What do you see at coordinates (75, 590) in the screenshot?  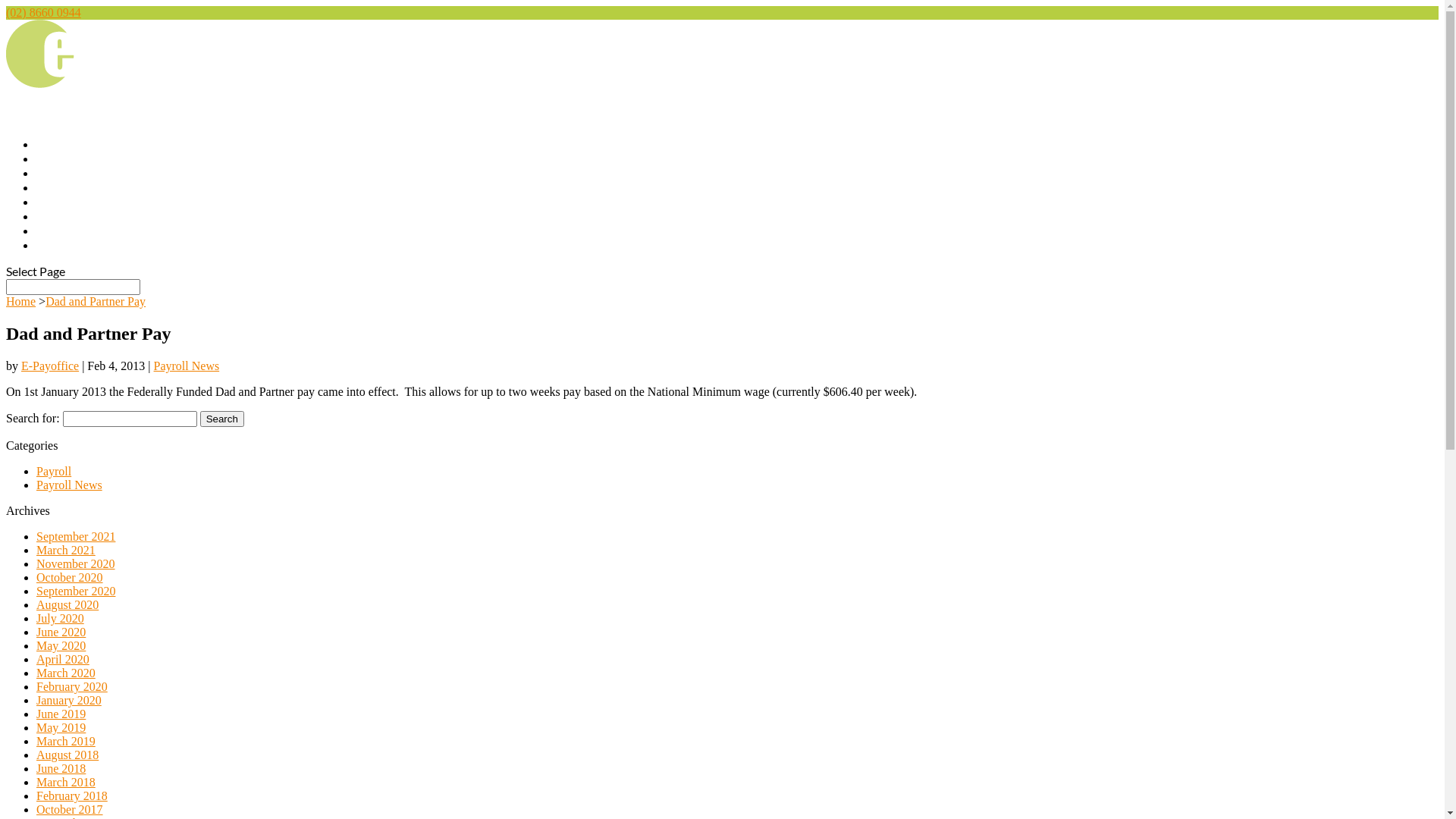 I see `'September 2020'` at bounding box center [75, 590].